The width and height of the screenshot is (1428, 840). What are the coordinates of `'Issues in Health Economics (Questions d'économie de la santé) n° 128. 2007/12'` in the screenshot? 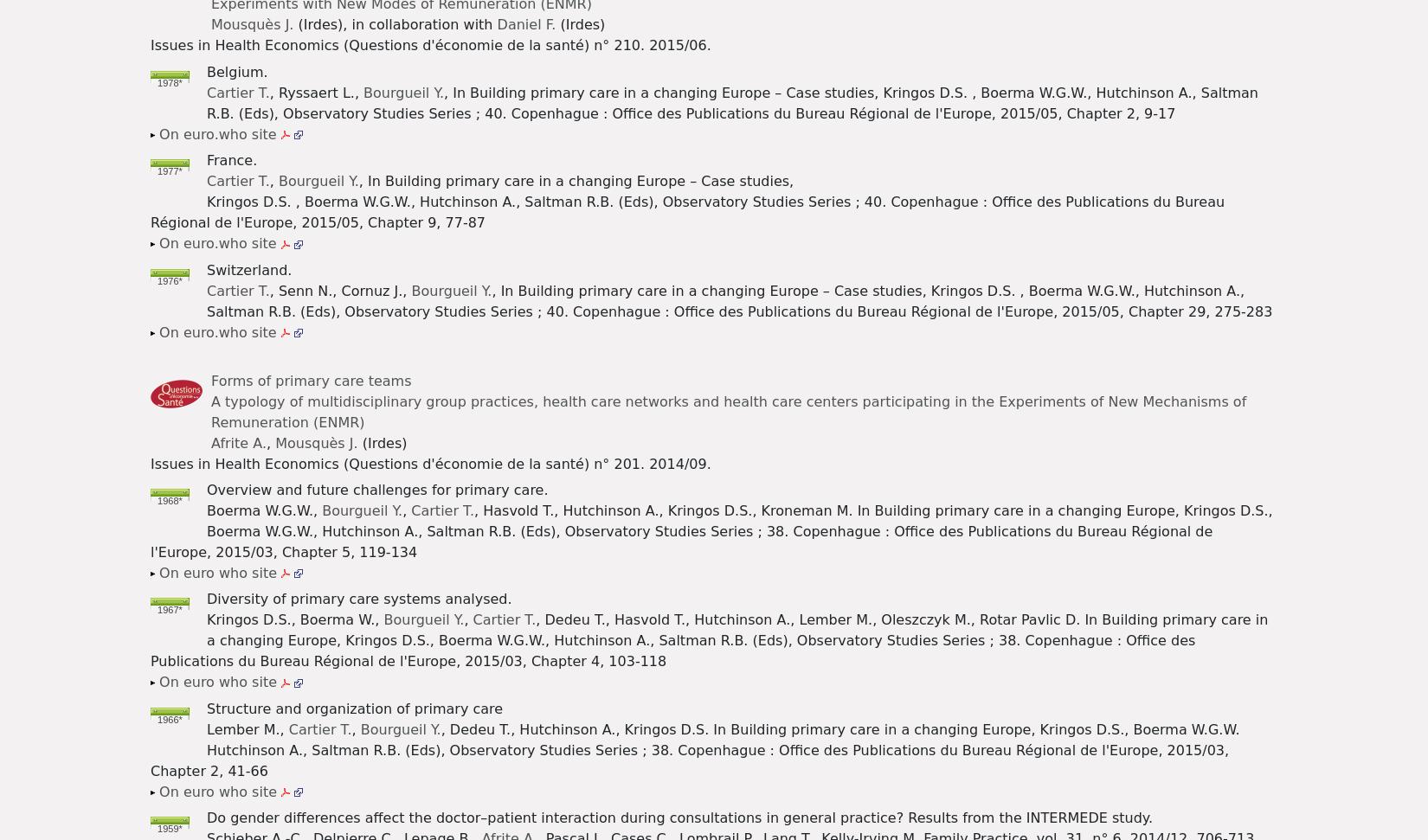 It's located at (487, 421).